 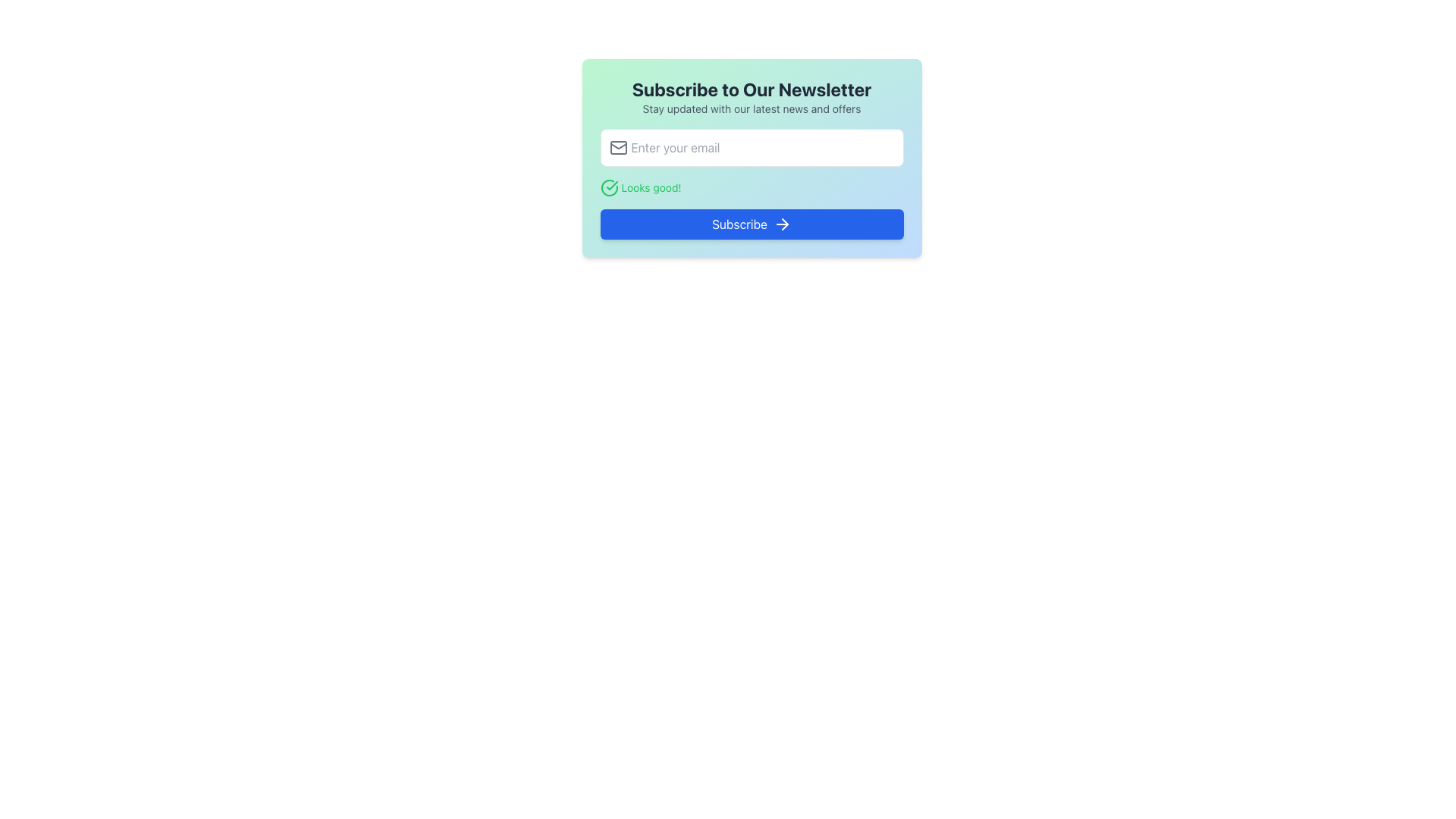 What do you see at coordinates (609, 187) in the screenshot?
I see `the circular green outline icon with a check mark inside it, located next to the 'Looks good!' text label below the email input field in the subscription form` at bounding box center [609, 187].